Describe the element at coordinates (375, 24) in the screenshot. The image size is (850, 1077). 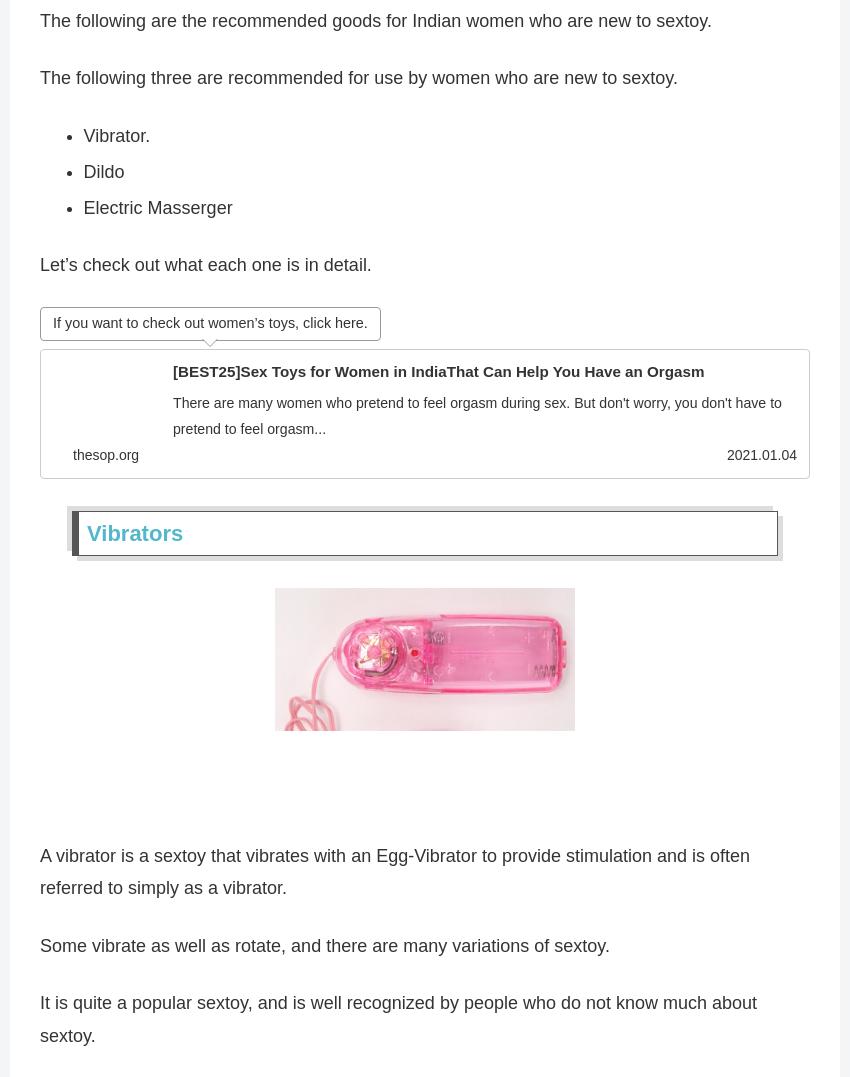
I see `'The following are the recommended goods for Indian women who are new to sextoy.'` at that location.